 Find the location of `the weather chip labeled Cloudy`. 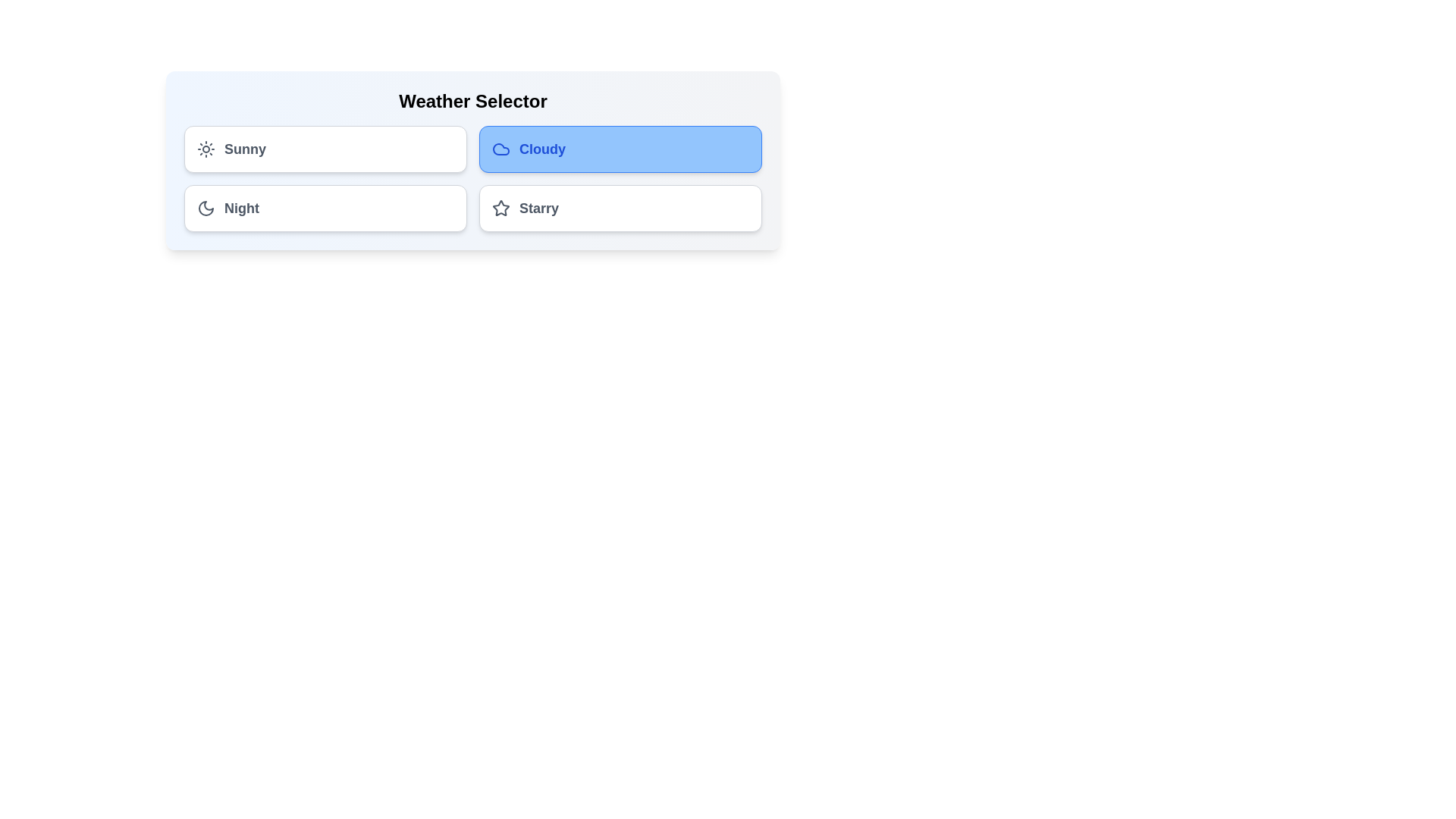

the weather chip labeled Cloudy is located at coordinates (620, 149).